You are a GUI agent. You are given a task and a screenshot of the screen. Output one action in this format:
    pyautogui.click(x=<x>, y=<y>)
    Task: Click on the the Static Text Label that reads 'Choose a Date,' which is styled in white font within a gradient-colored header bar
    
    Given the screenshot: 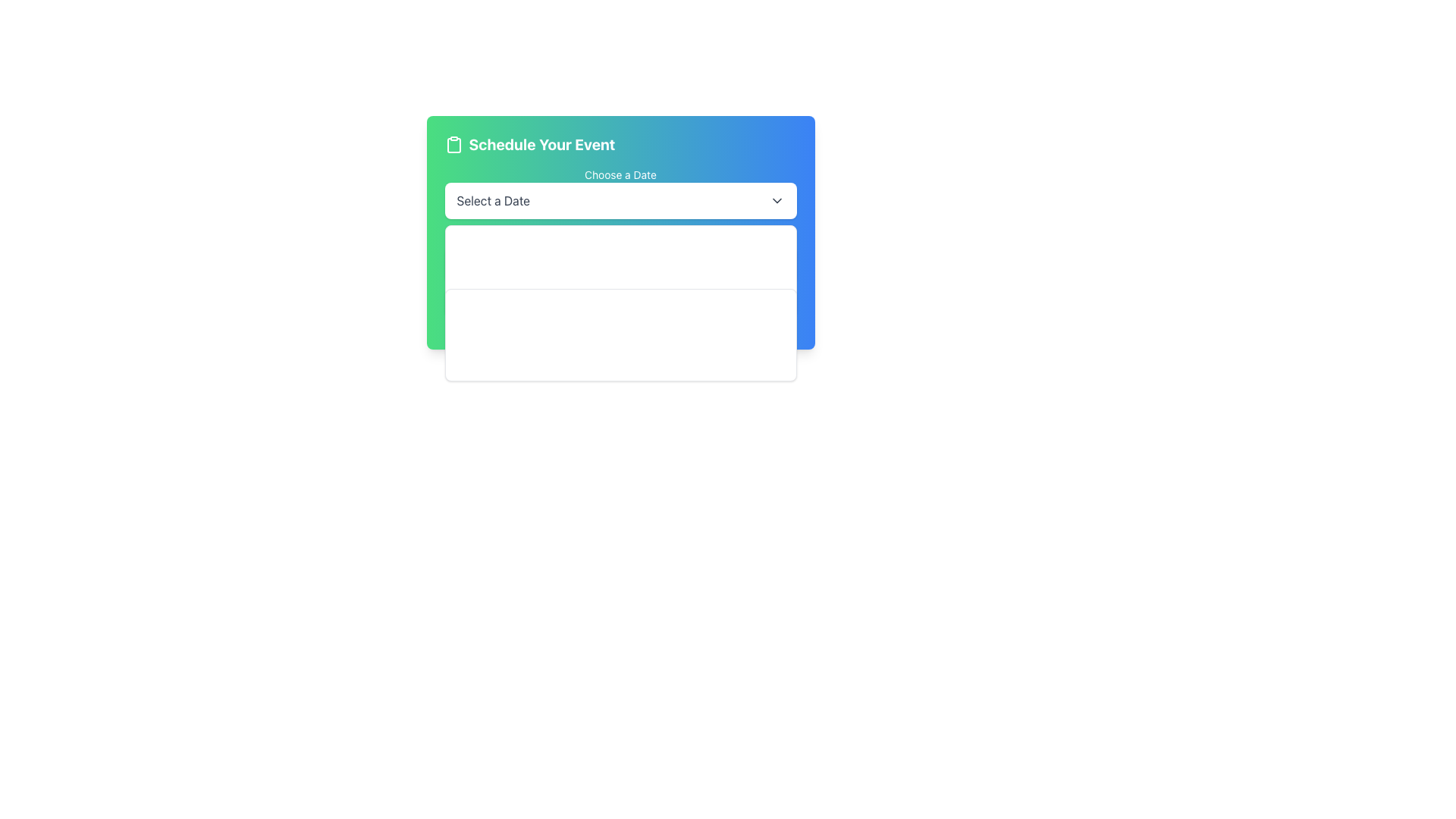 What is the action you would take?
    pyautogui.click(x=620, y=174)
    